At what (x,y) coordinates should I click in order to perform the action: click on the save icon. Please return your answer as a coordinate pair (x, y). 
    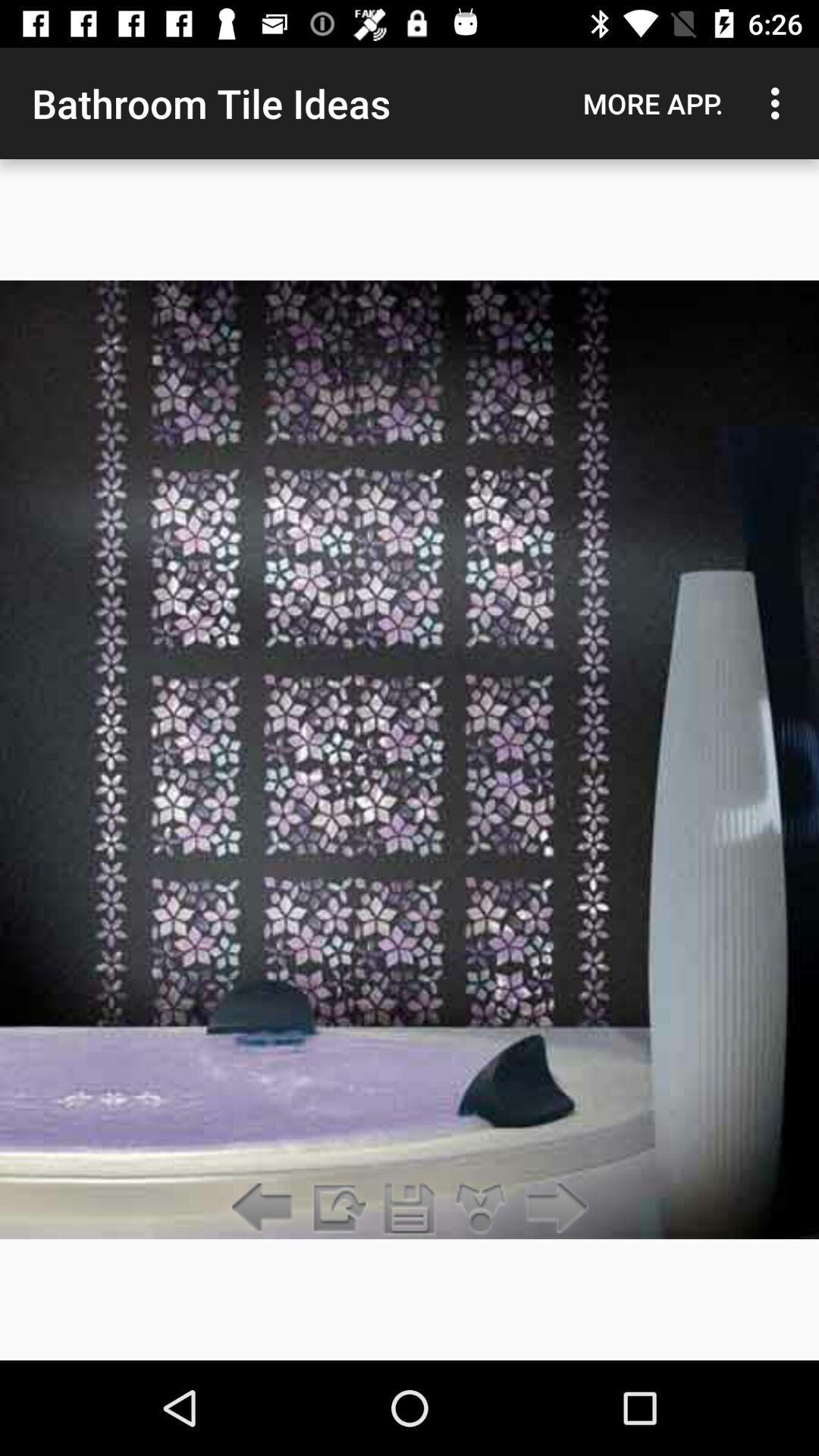
    Looking at the image, I should click on (409, 1208).